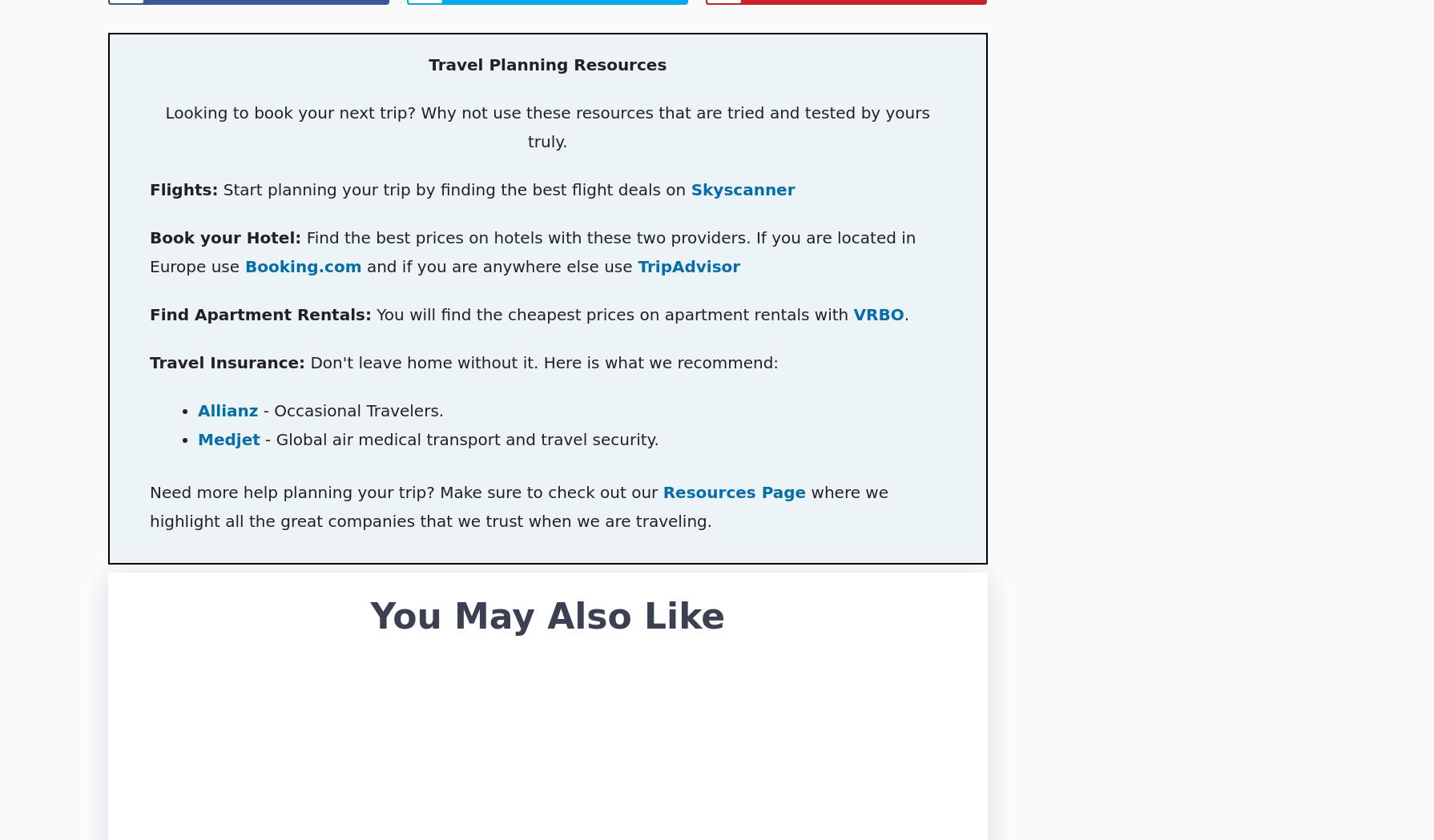 This screenshot has width=1434, height=840. What do you see at coordinates (531, 252) in the screenshot?
I see `'Find the best prices on hotels with these two providers. If you are located in Europe use'` at bounding box center [531, 252].